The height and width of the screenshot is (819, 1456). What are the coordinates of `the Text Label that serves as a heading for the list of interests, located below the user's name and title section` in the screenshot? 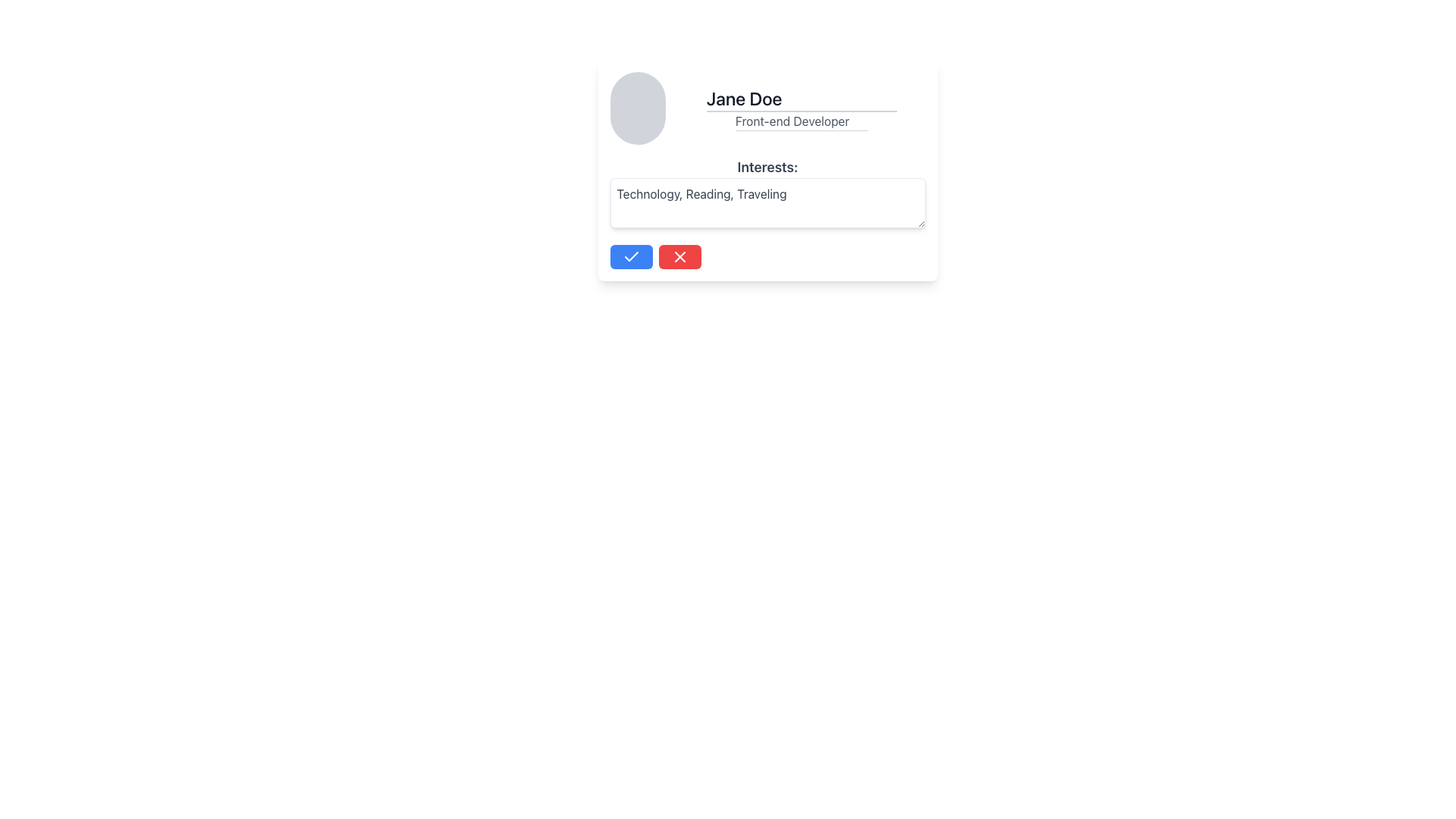 It's located at (767, 167).